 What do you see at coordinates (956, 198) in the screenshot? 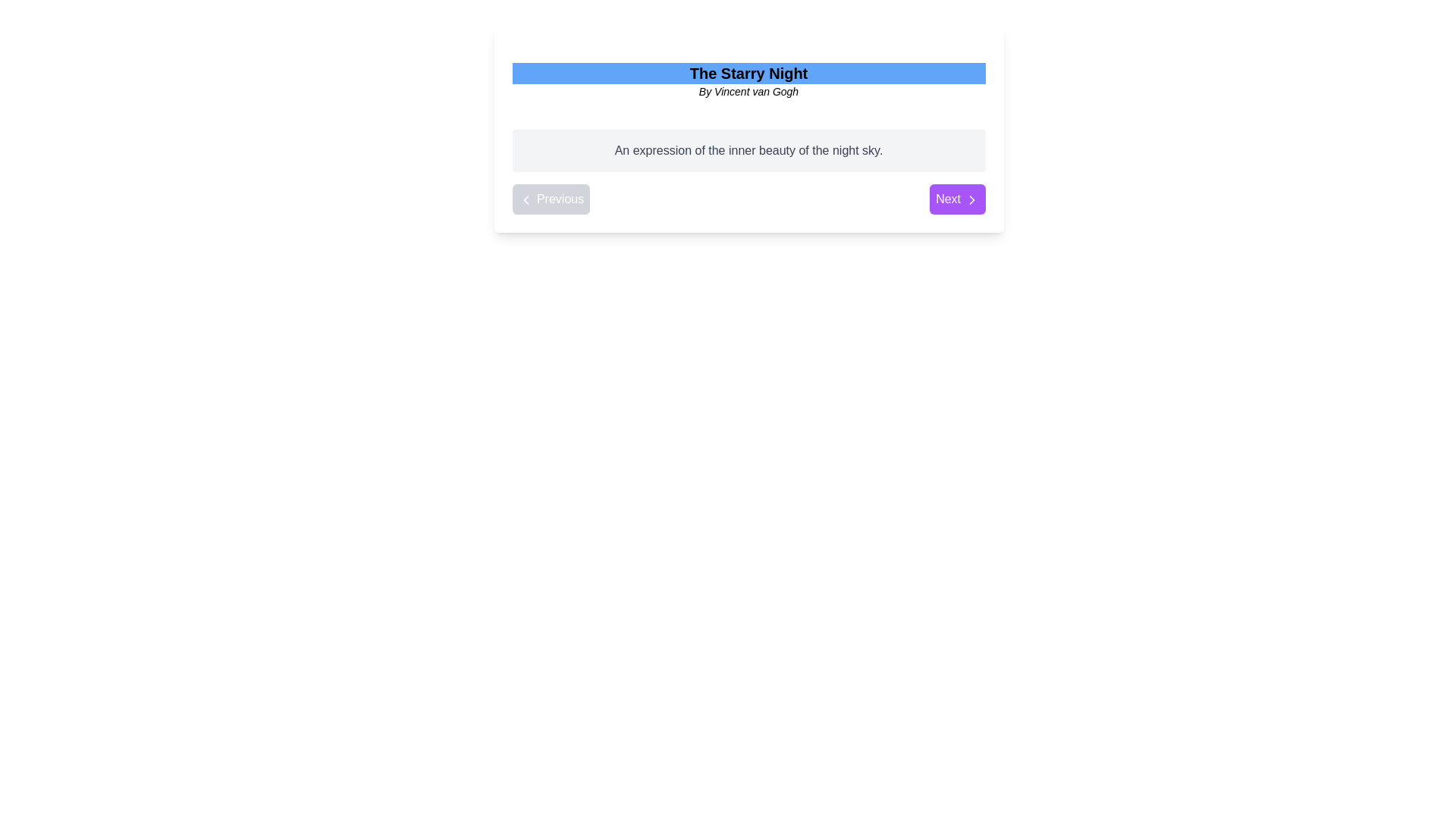
I see `the purple 'Next' button with rounded corners and white text` at bounding box center [956, 198].